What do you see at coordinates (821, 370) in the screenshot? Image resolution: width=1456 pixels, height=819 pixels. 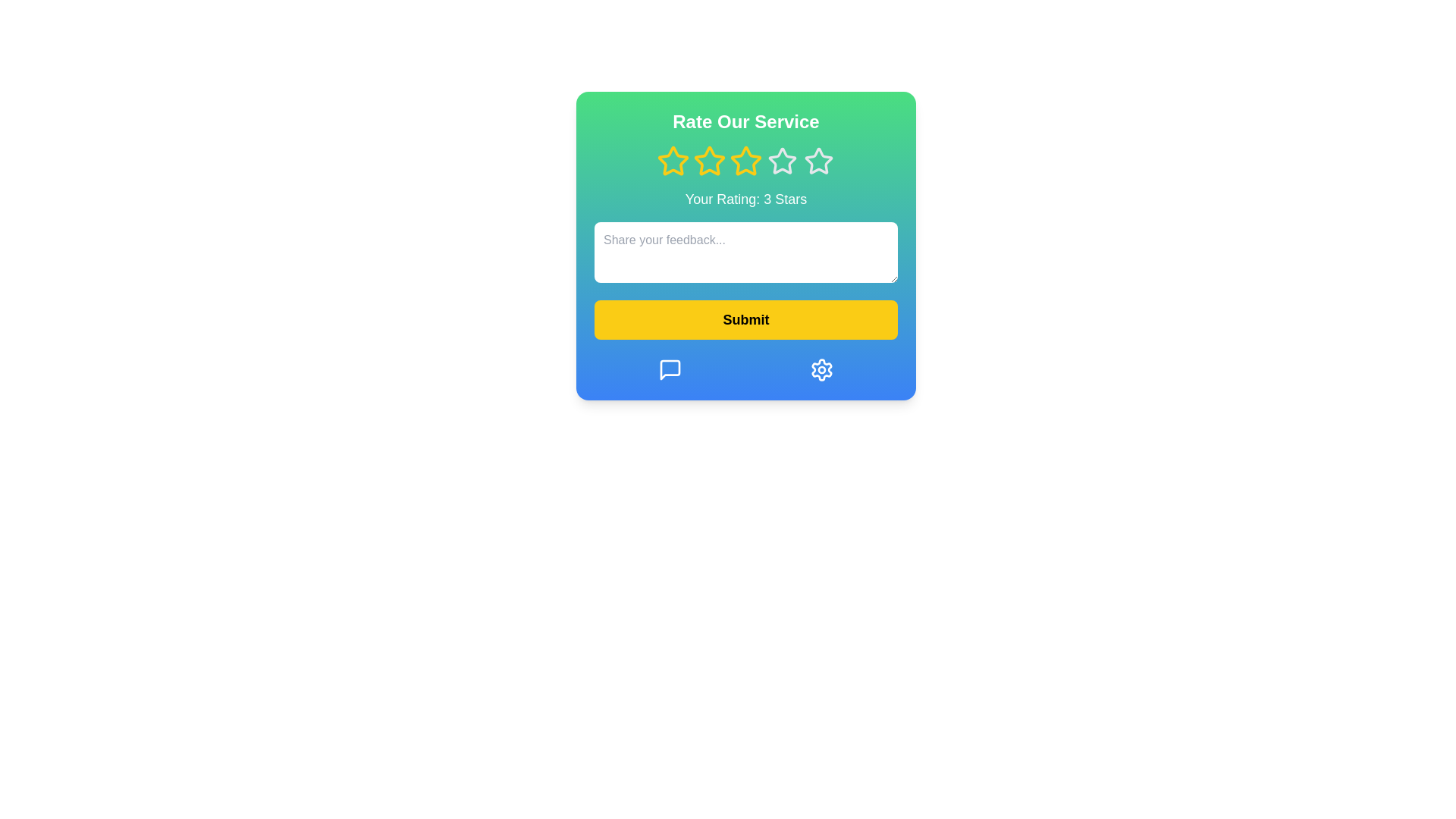 I see `the settings gear icon located at the bottom-right corner of the card layout` at bounding box center [821, 370].